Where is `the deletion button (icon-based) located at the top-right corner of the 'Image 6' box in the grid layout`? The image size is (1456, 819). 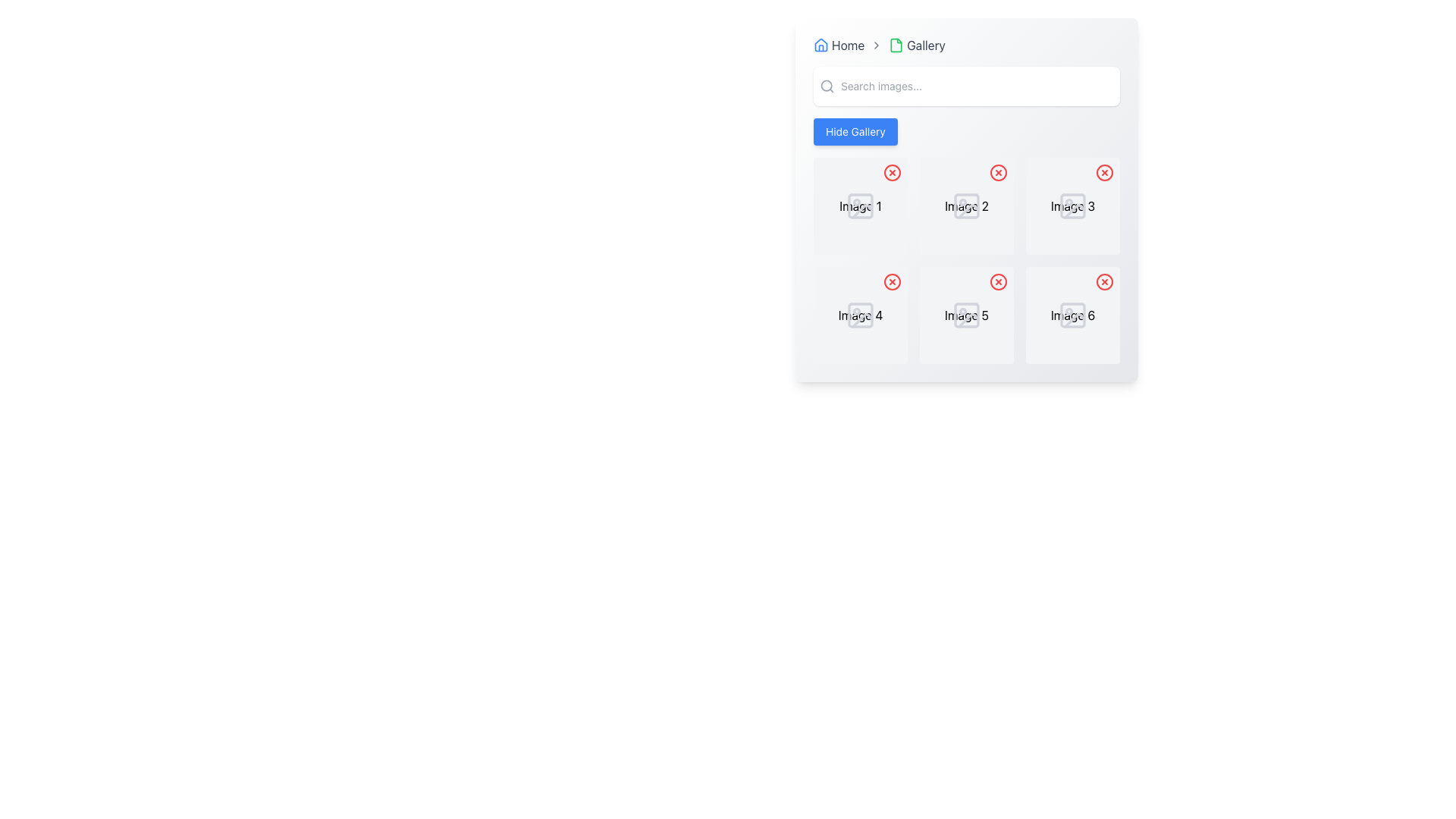 the deletion button (icon-based) located at the top-right corner of the 'Image 6' box in the grid layout is located at coordinates (1105, 281).